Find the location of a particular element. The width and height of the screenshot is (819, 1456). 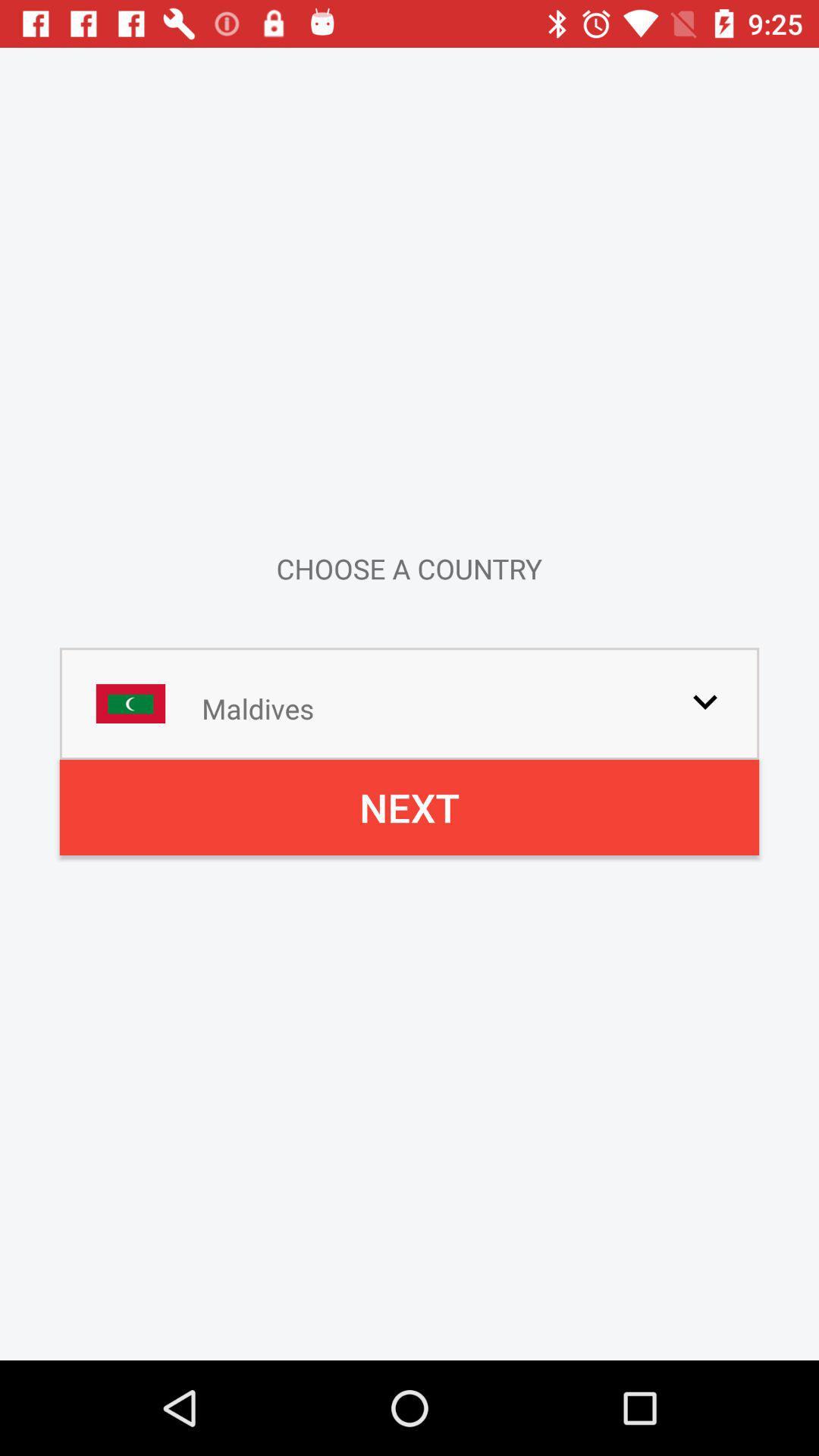

icon above the next item is located at coordinates (704, 701).